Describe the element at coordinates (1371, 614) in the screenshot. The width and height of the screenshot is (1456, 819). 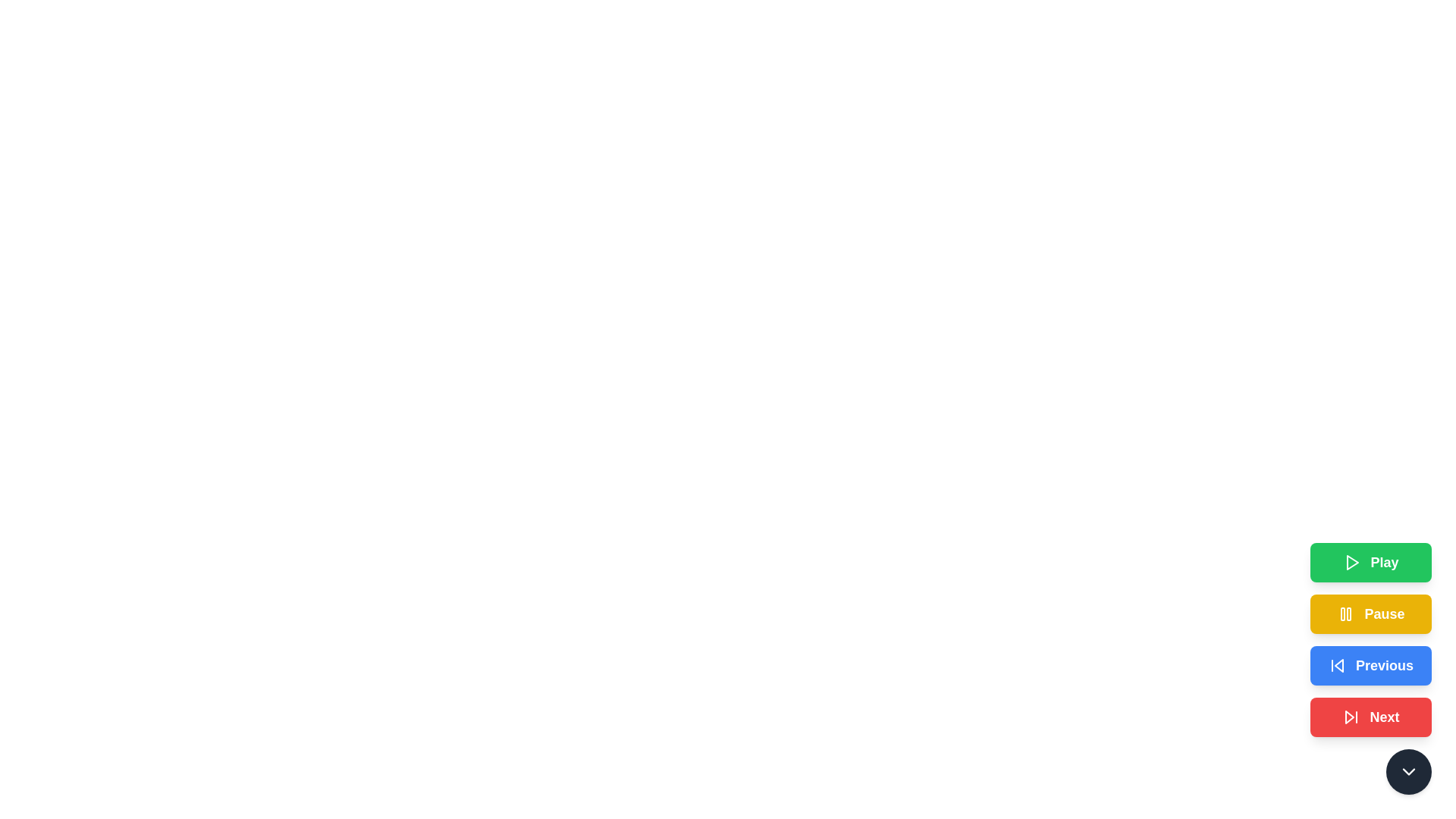
I see `the Pause button to perform the corresponding action` at that location.